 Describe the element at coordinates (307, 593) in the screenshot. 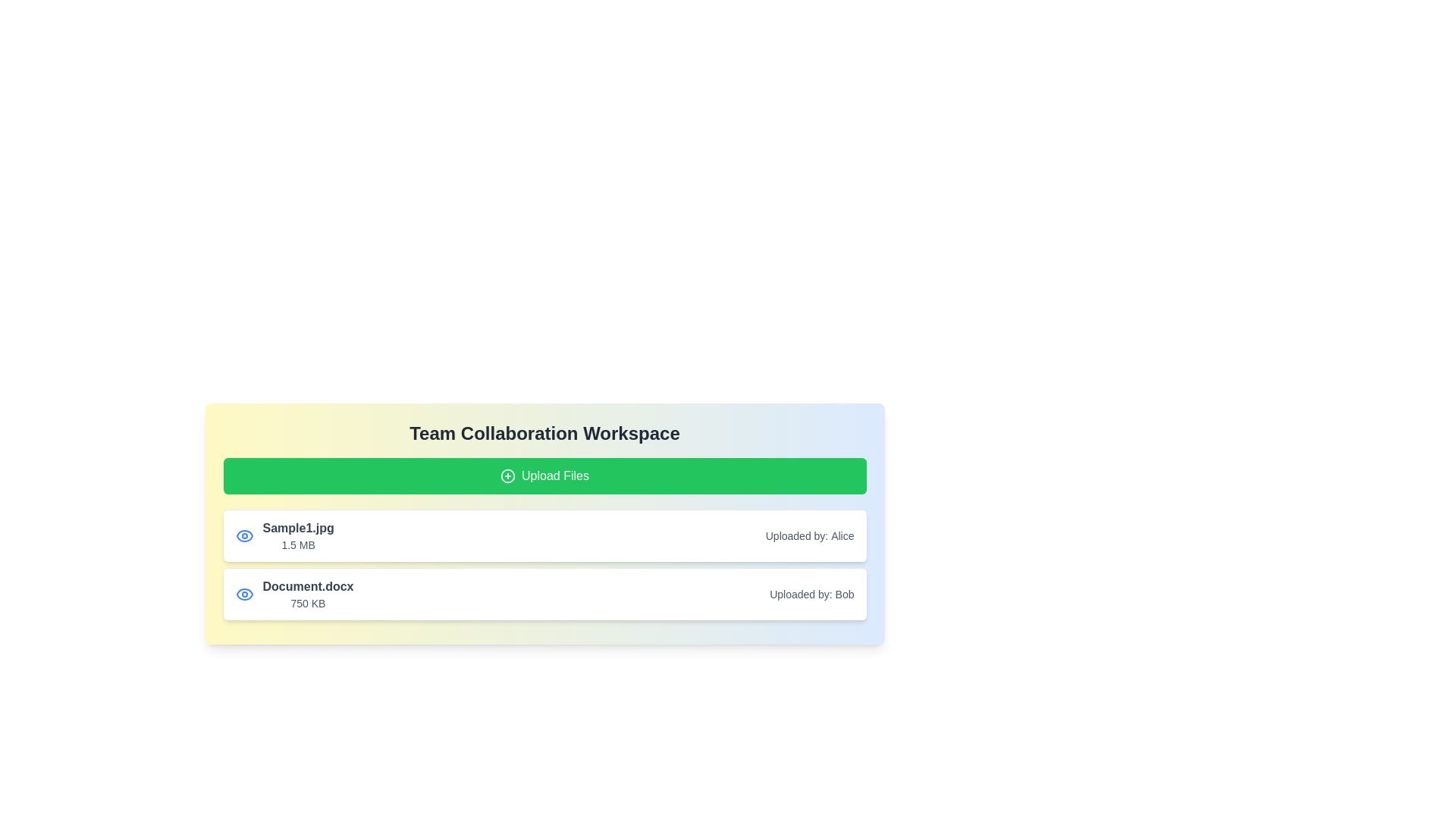

I see `the textual informational display representing the second file entry in the 'Team Collaboration Workspace'` at that location.